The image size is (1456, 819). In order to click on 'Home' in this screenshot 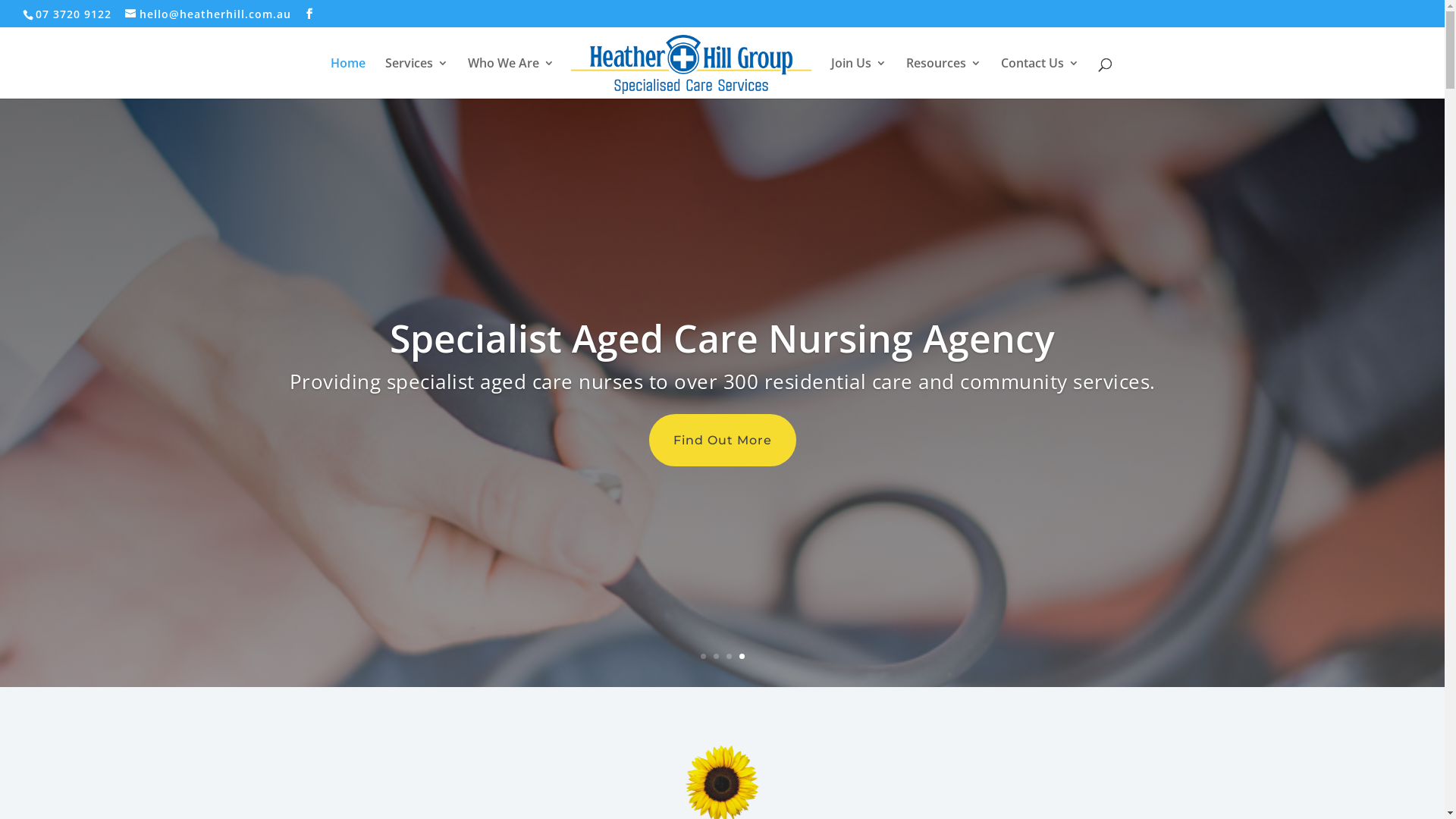, I will do `click(347, 78)`.